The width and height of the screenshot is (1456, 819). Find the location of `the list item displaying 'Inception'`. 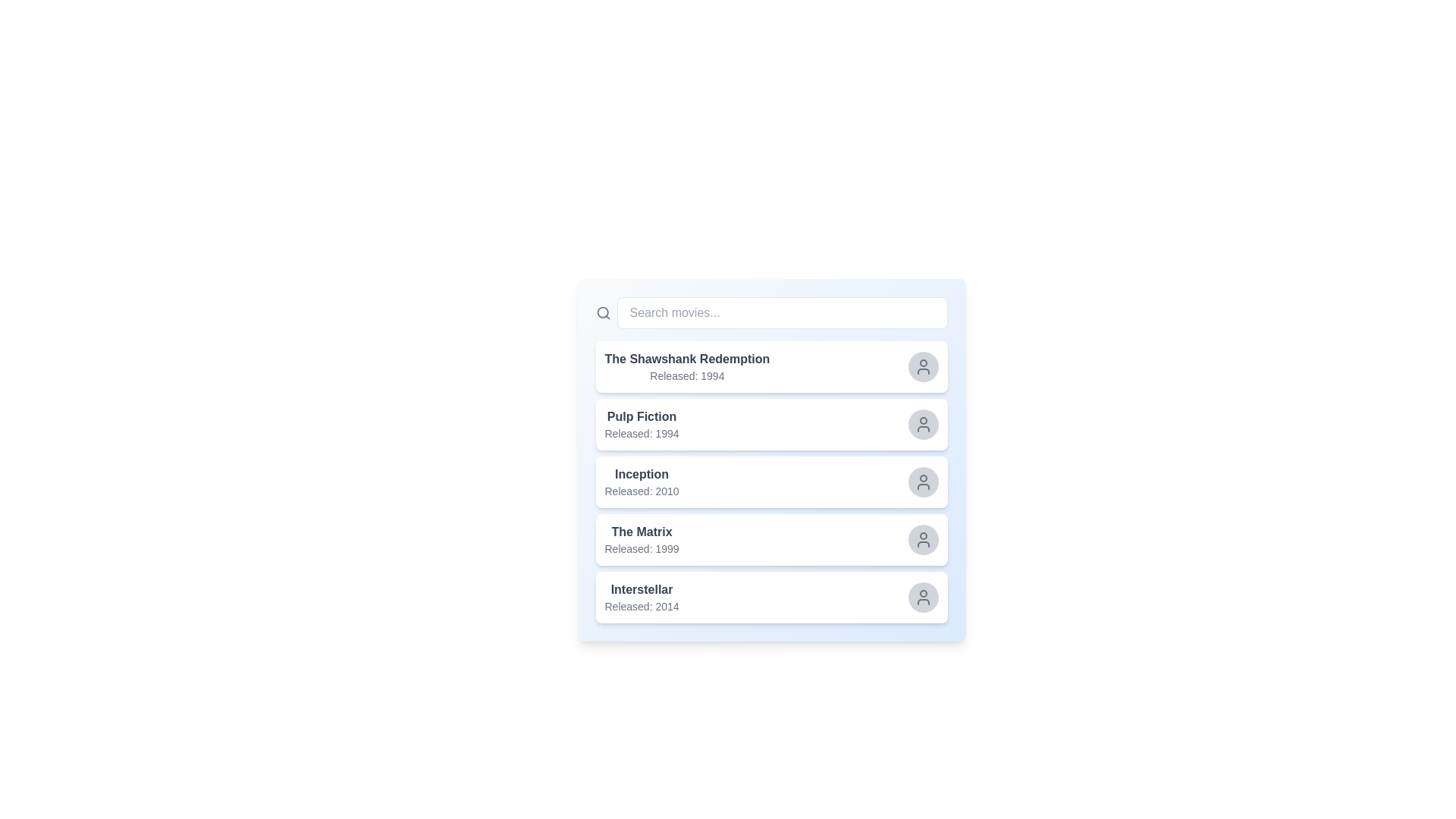

the list item displaying 'Inception' is located at coordinates (771, 482).